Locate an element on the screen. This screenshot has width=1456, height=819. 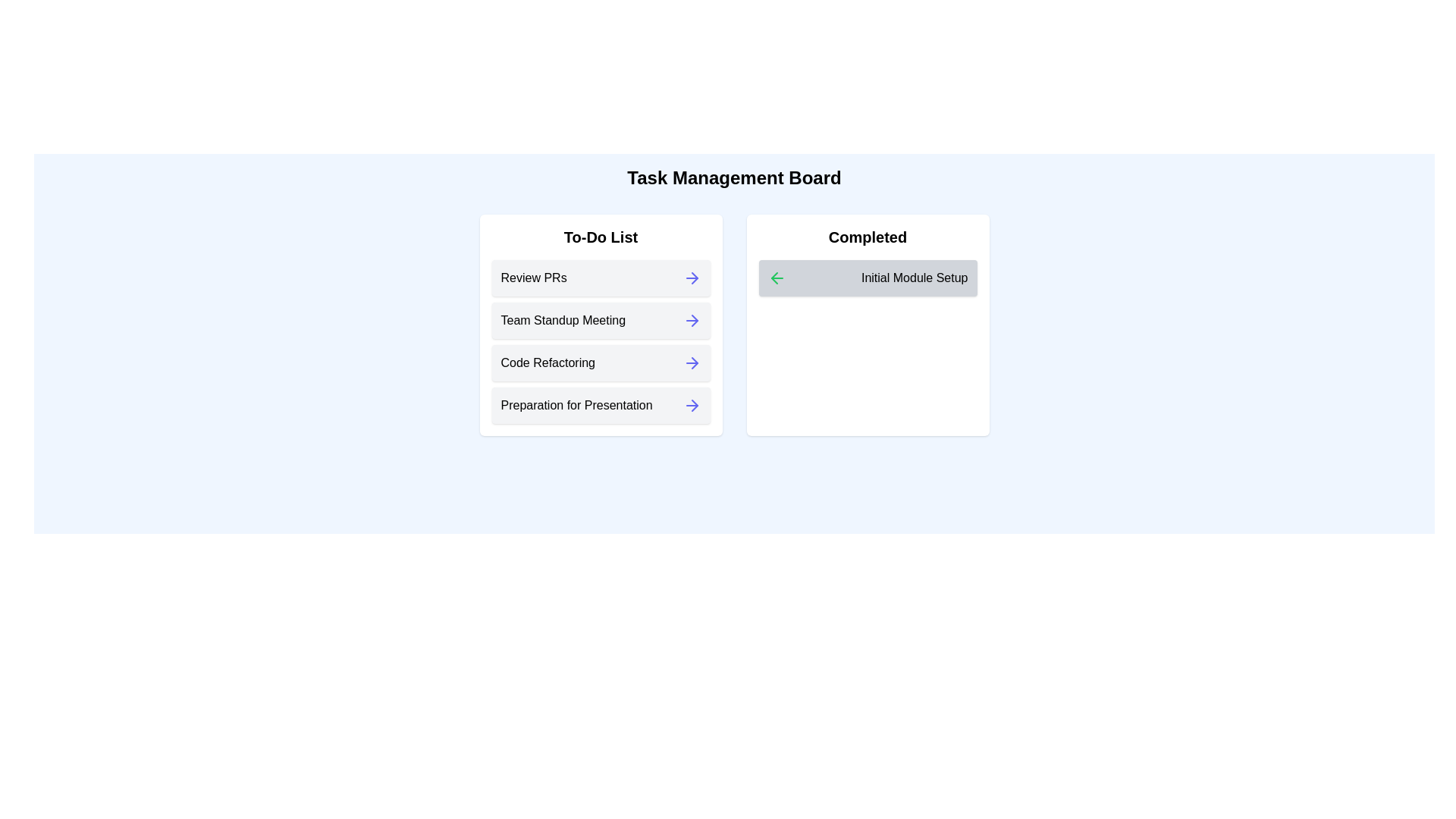
the arrow next to the task 'Review PRs' in the 'To-Do List' to move it to the 'Completed' list is located at coordinates (691, 278).